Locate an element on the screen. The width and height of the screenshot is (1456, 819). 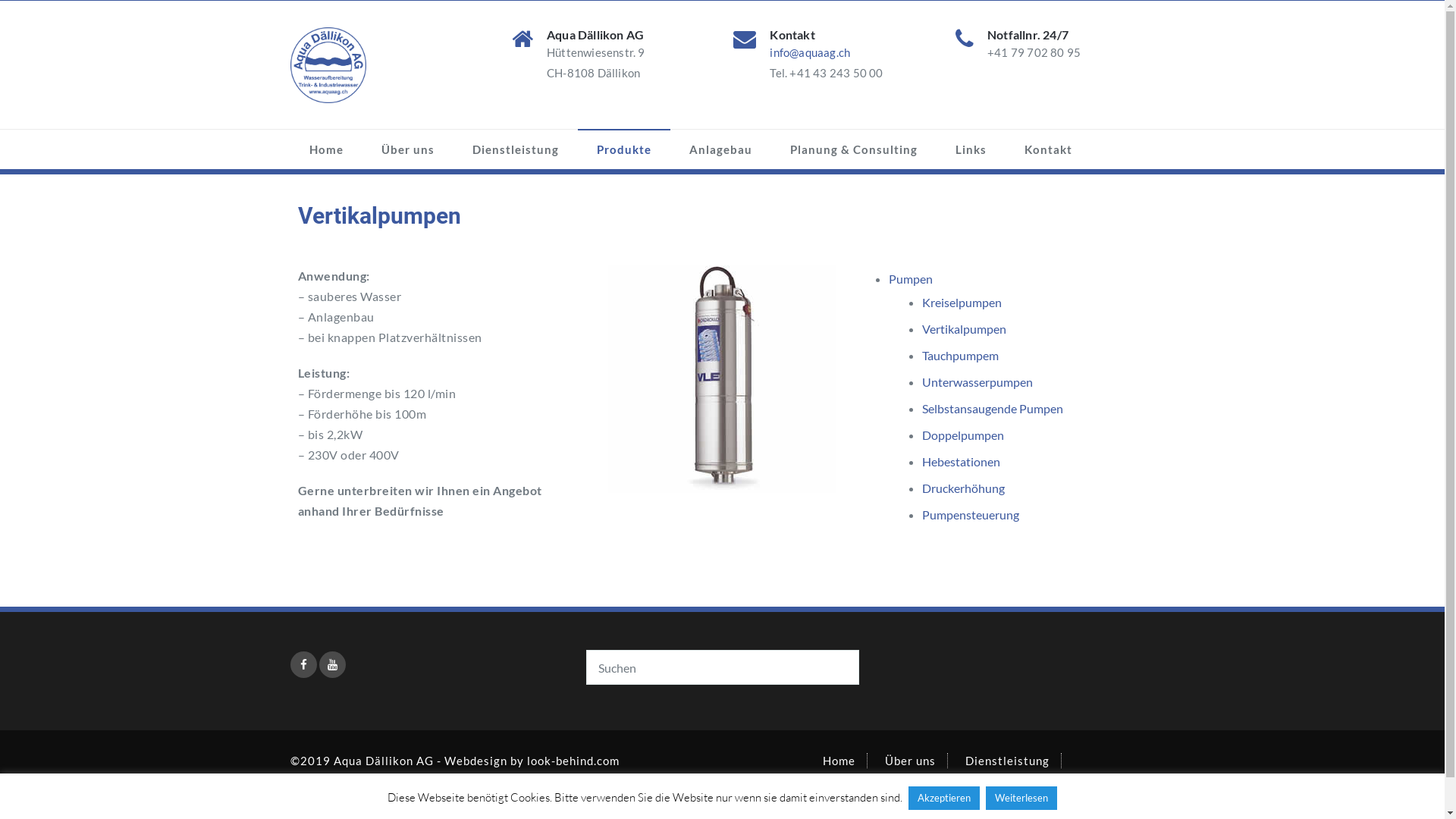
'Produkte' is located at coordinates (848, 789).